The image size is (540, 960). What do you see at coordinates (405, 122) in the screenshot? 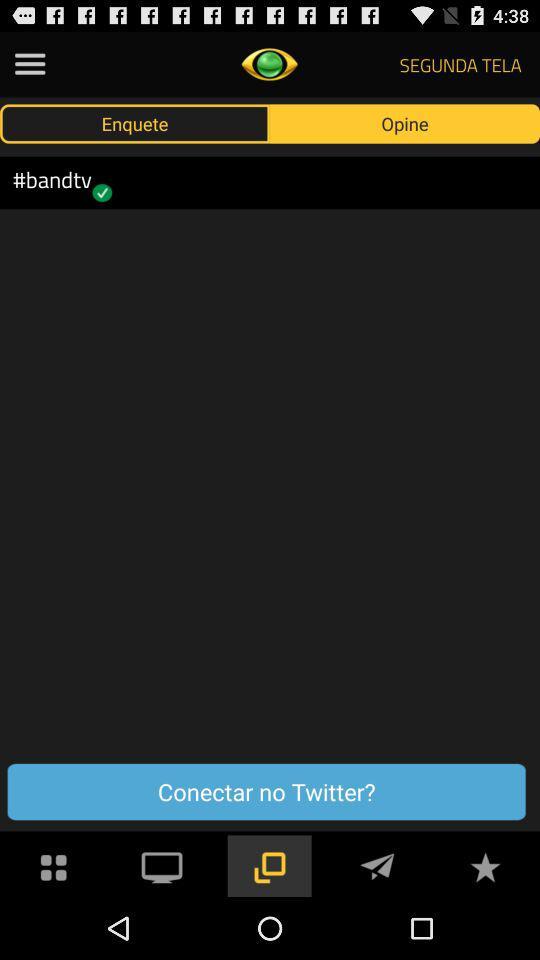
I see `the button above conectar no twitter? button` at bounding box center [405, 122].